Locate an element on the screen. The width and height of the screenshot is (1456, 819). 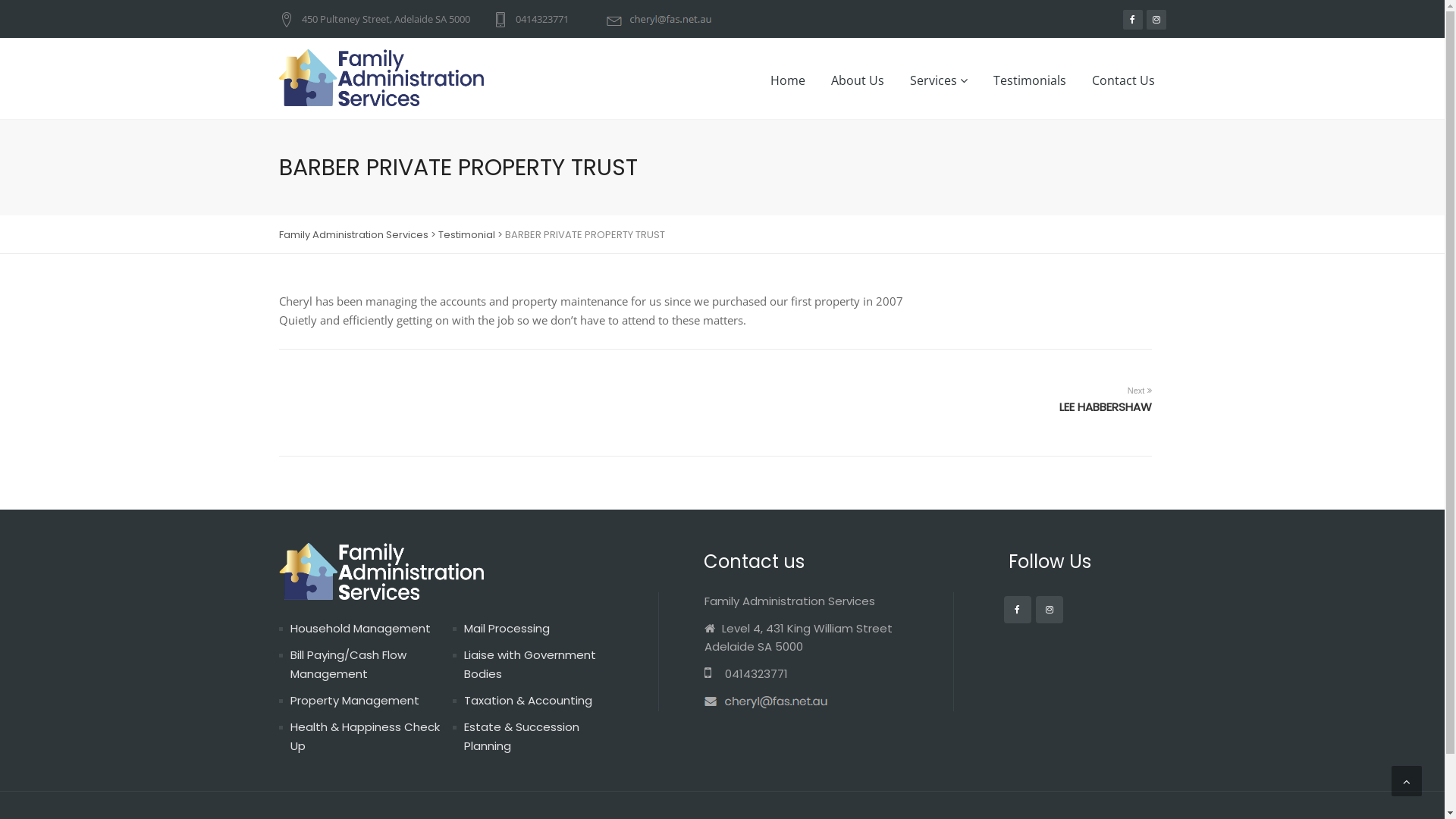
'Bill Paying/Cash Flow Management' is located at coordinates (347, 663).